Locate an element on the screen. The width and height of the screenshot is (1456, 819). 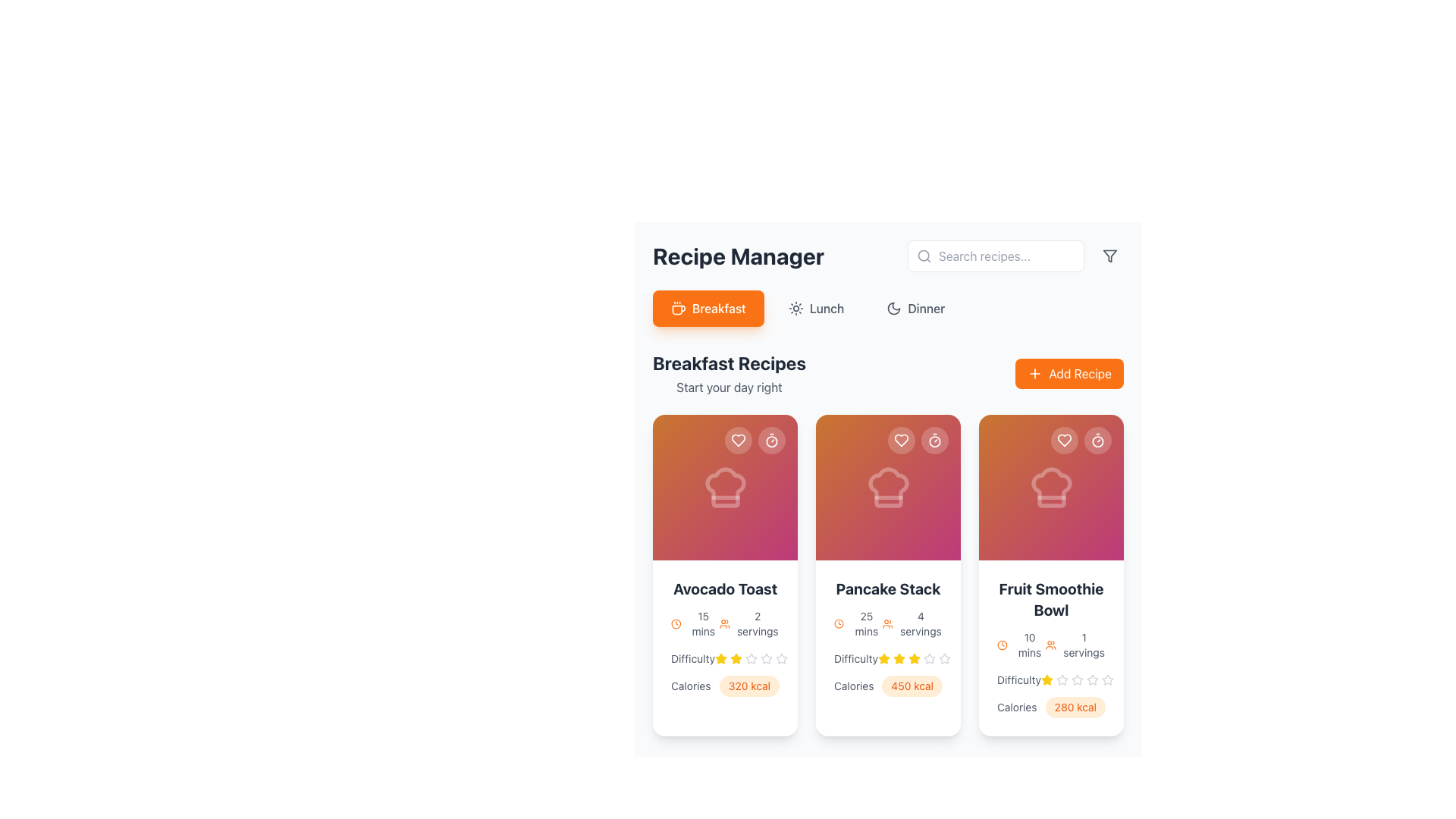
the icon representing nighttime settings located in the header area, near the 'Lunch' option is located at coordinates (894, 308).